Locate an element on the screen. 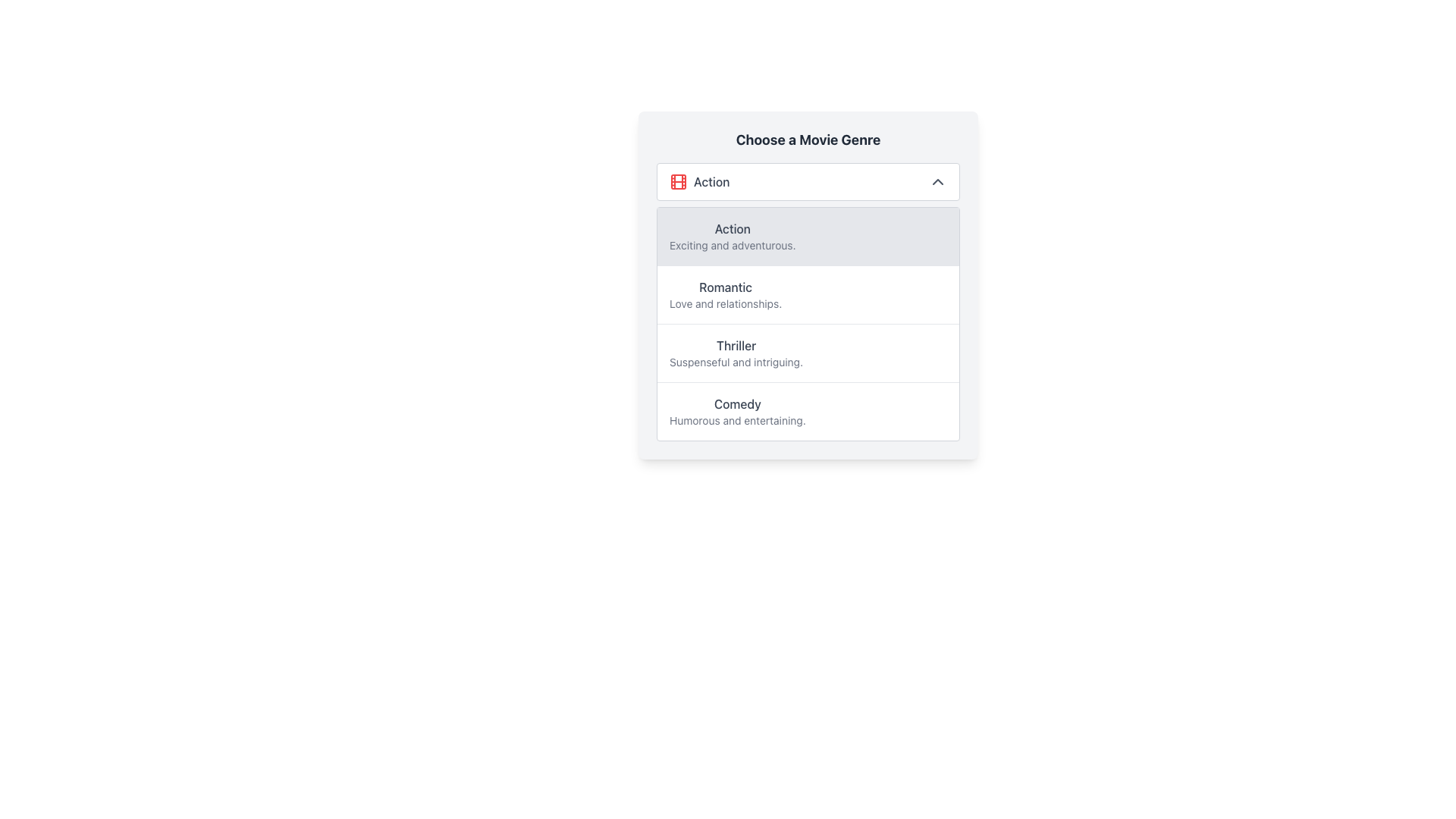 Image resolution: width=1456 pixels, height=819 pixels. the text label heading that says 'Choose a Movie Genre', which is displayed prominently in a bold, large gray font, positioned at the top of the panel is located at coordinates (807, 140).